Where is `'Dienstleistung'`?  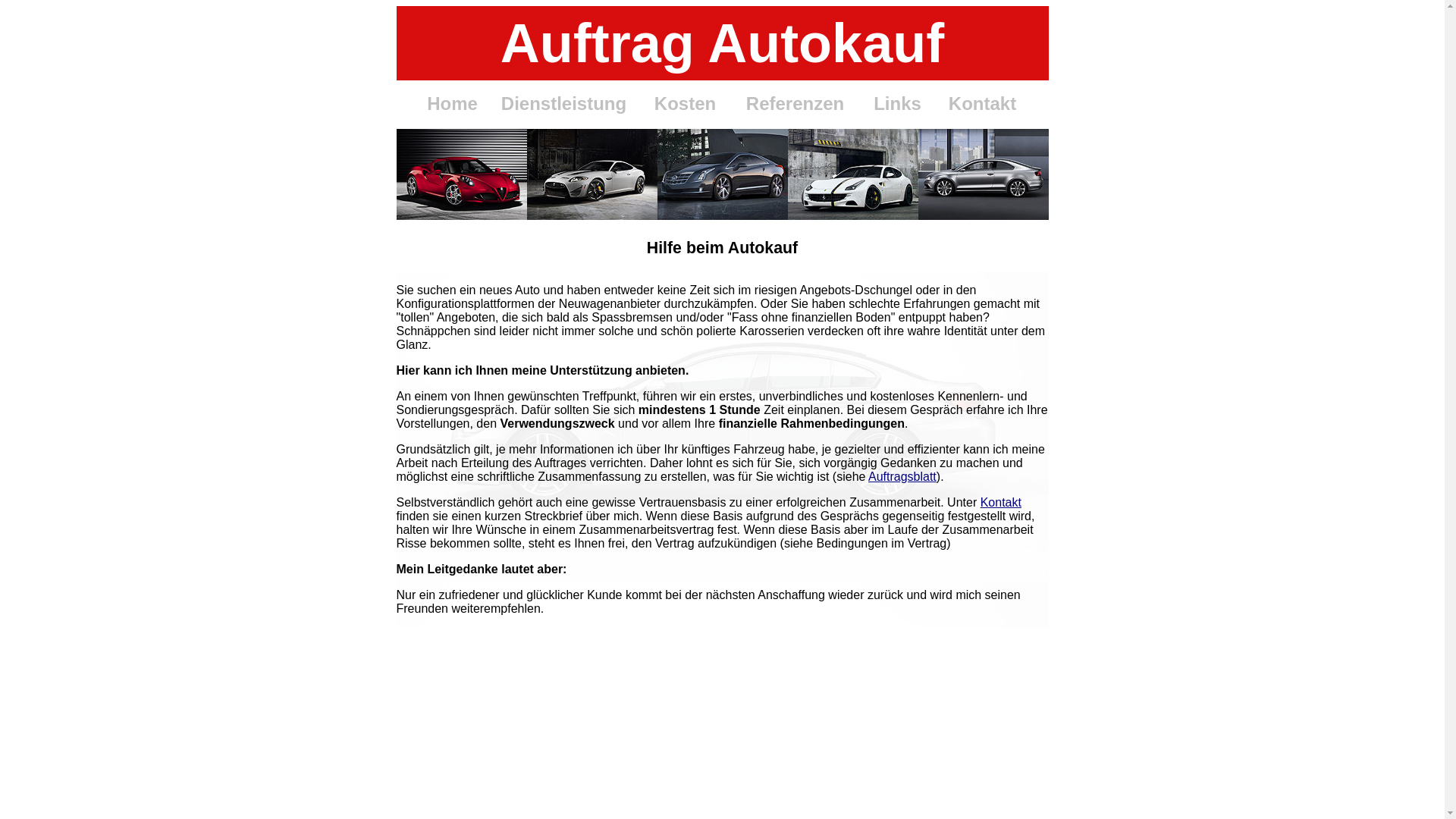 'Dienstleistung' is located at coordinates (563, 102).